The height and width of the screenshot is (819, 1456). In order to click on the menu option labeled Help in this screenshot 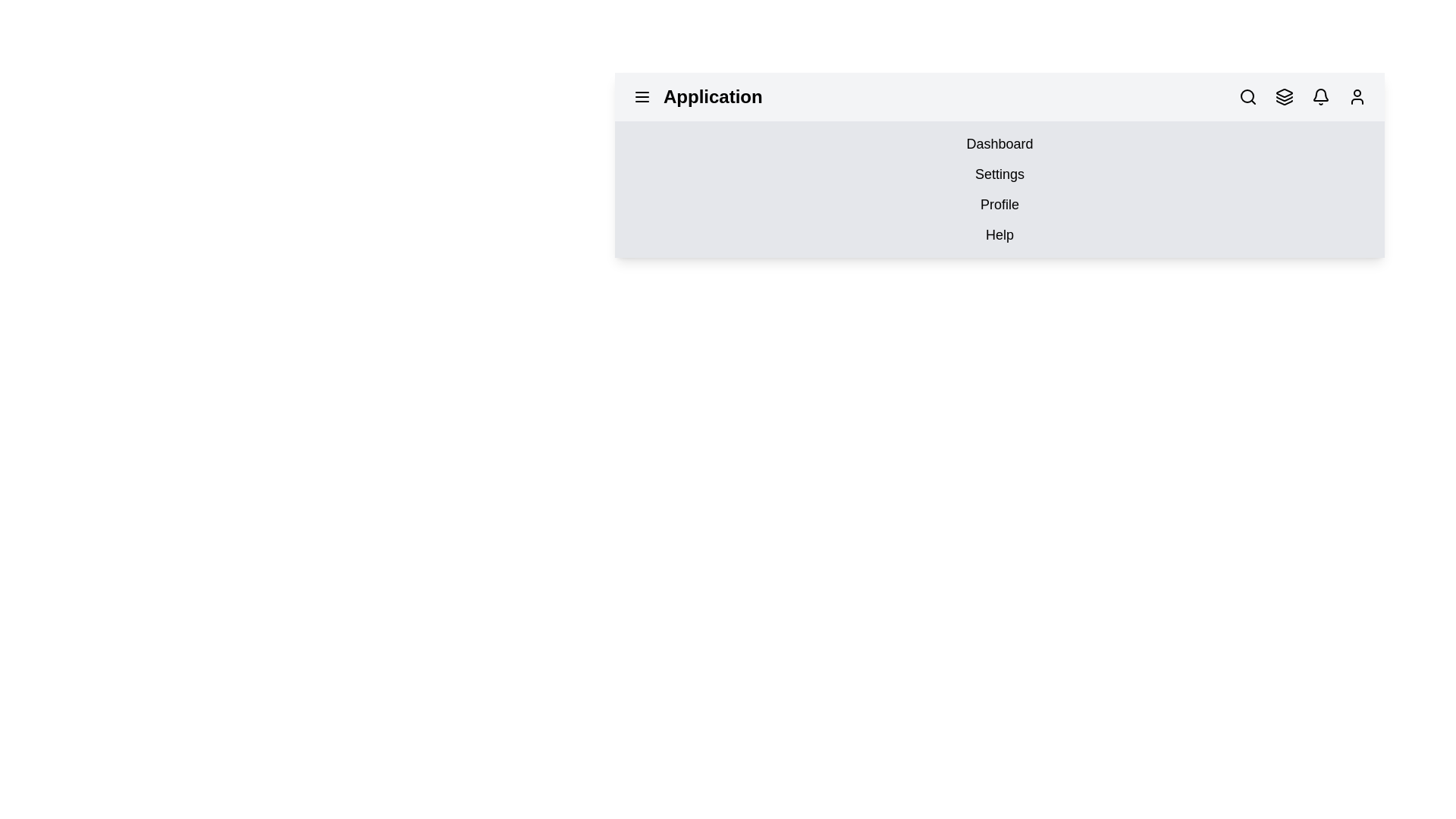, I will do `click(999, 234)`.